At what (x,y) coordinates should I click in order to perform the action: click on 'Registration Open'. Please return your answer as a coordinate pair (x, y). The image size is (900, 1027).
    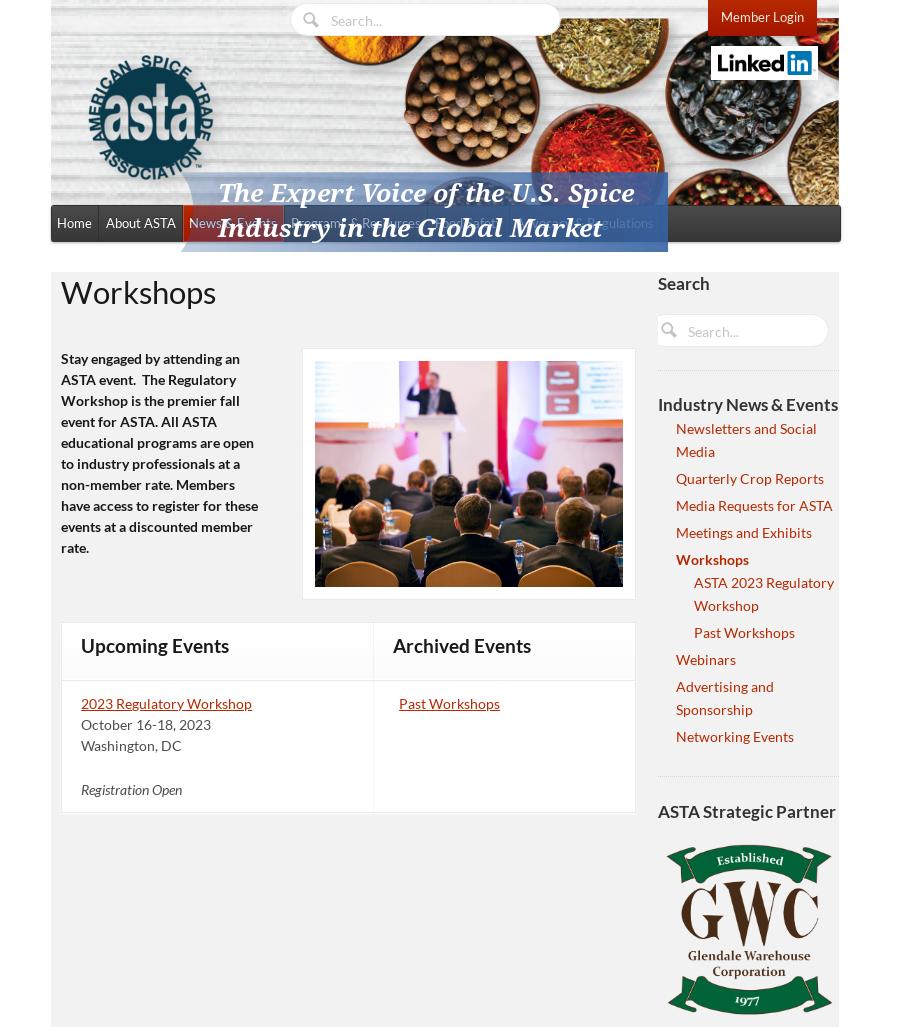
    Looking at the image, I should click on (131, 787).